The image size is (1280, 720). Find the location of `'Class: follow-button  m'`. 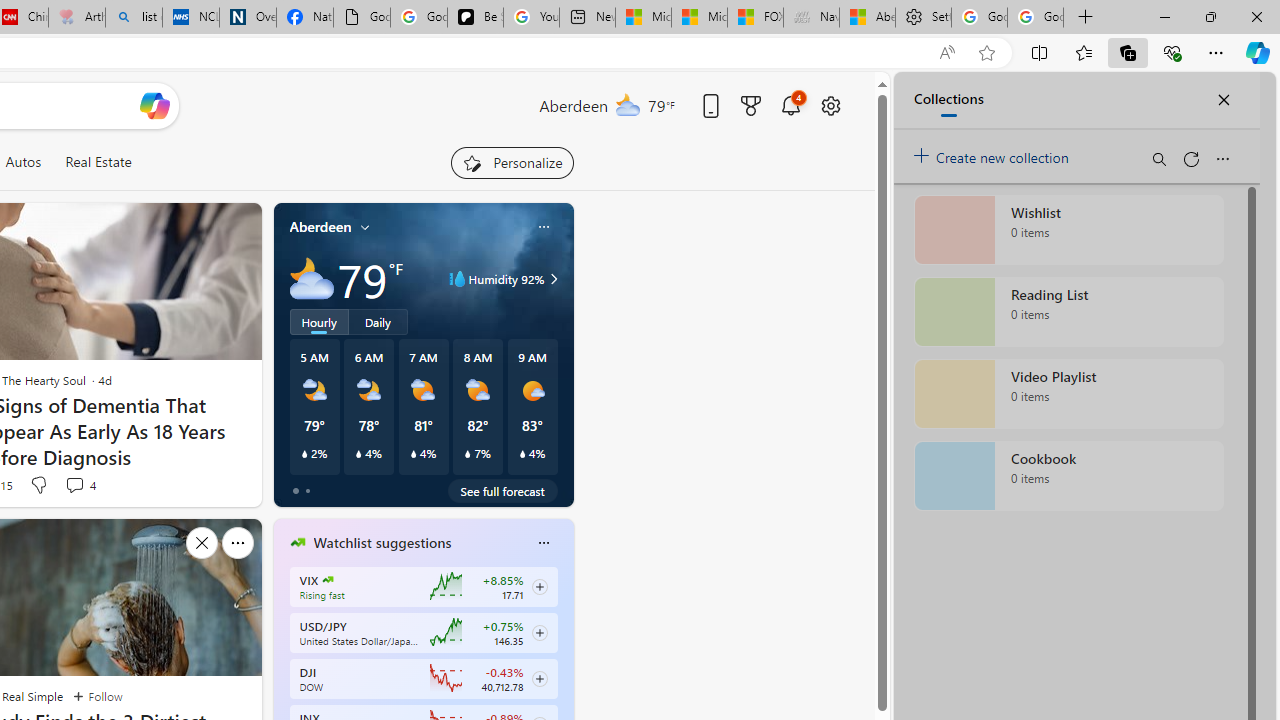

'Class: follow-button  m' is located at coordinates (539, 677).